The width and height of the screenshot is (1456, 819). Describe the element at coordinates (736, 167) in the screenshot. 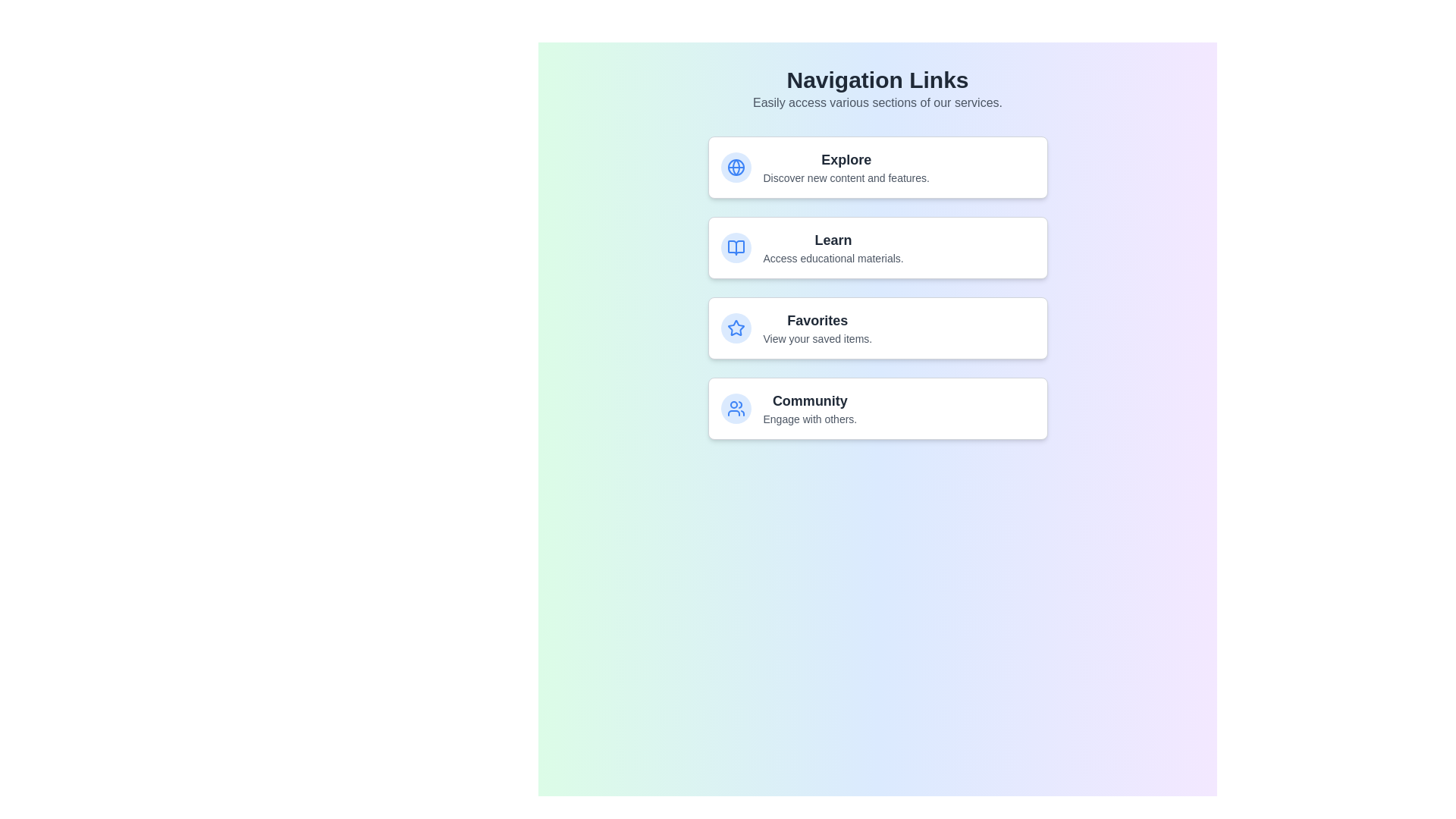

I see `the globe icon, which is located to the left of the 'Explore' text in the 'Navigation Links' section` at that location.